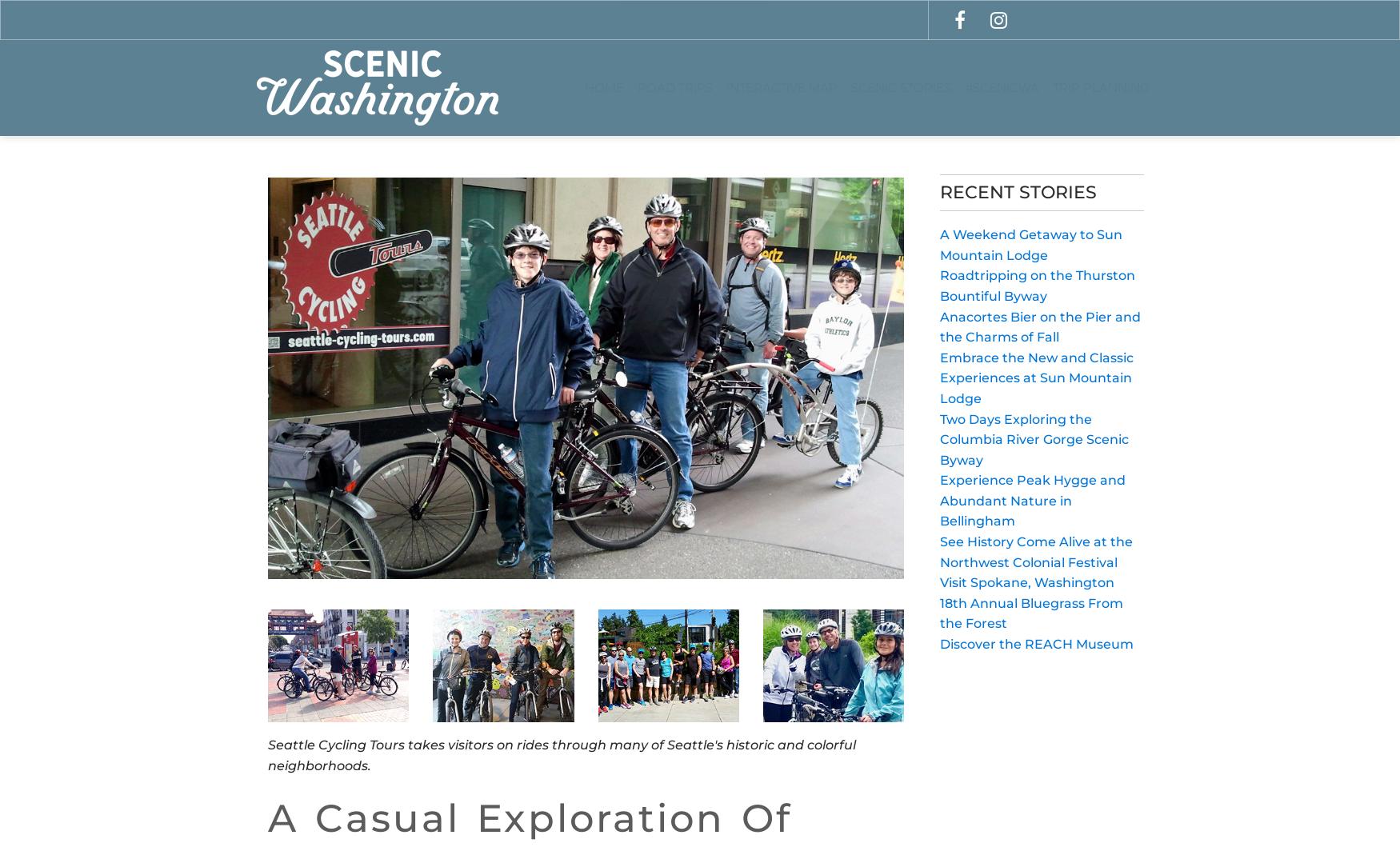 Image resolution: width=1400 pixels, height=847 pixels. I want to click on 'Seattle Cycling Tours takes visitors on rides through many of Seattle's historic and colorful neighborhoods.', so click(562, 754).